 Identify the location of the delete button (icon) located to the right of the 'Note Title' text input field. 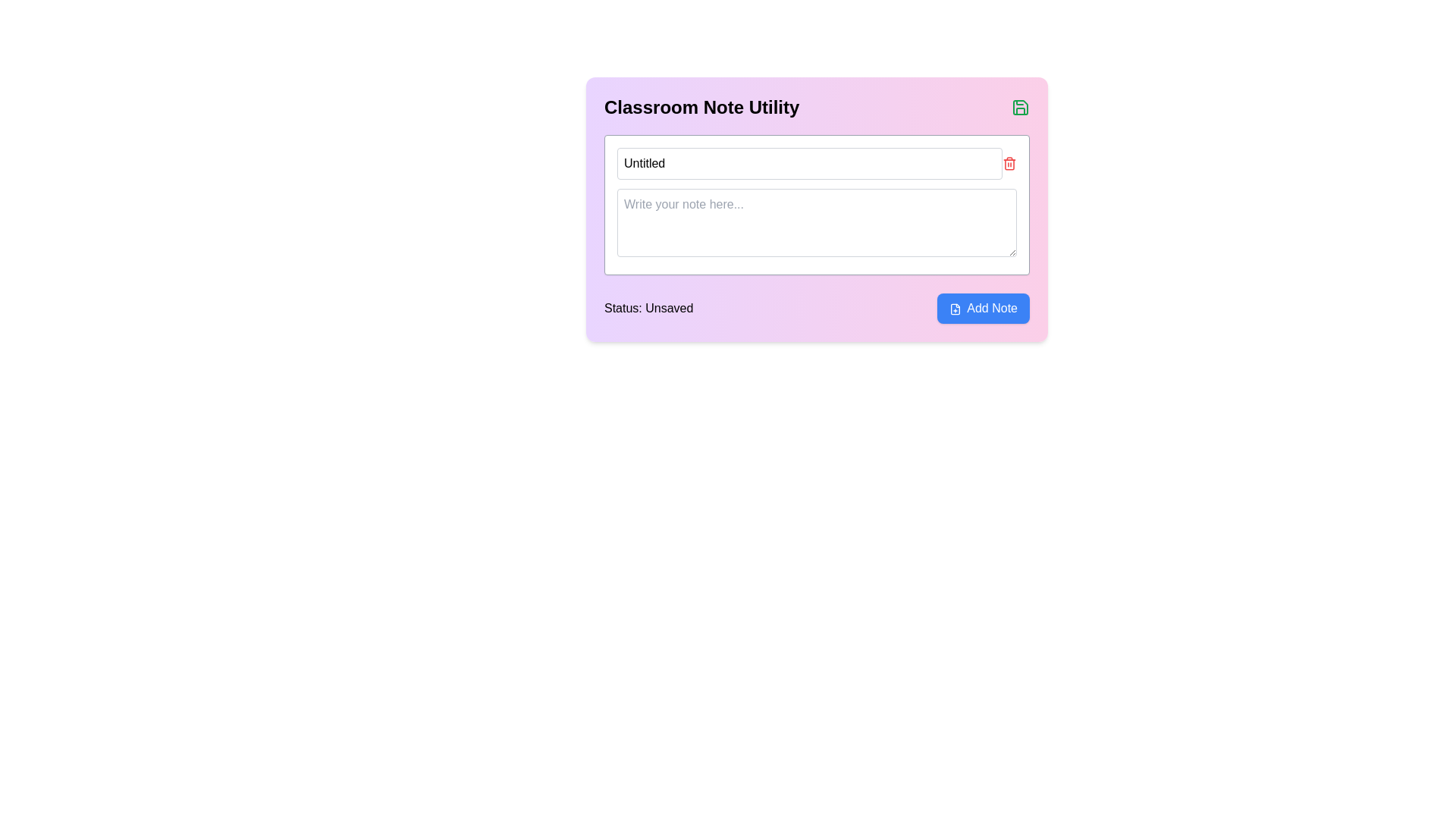
(1009, 164).